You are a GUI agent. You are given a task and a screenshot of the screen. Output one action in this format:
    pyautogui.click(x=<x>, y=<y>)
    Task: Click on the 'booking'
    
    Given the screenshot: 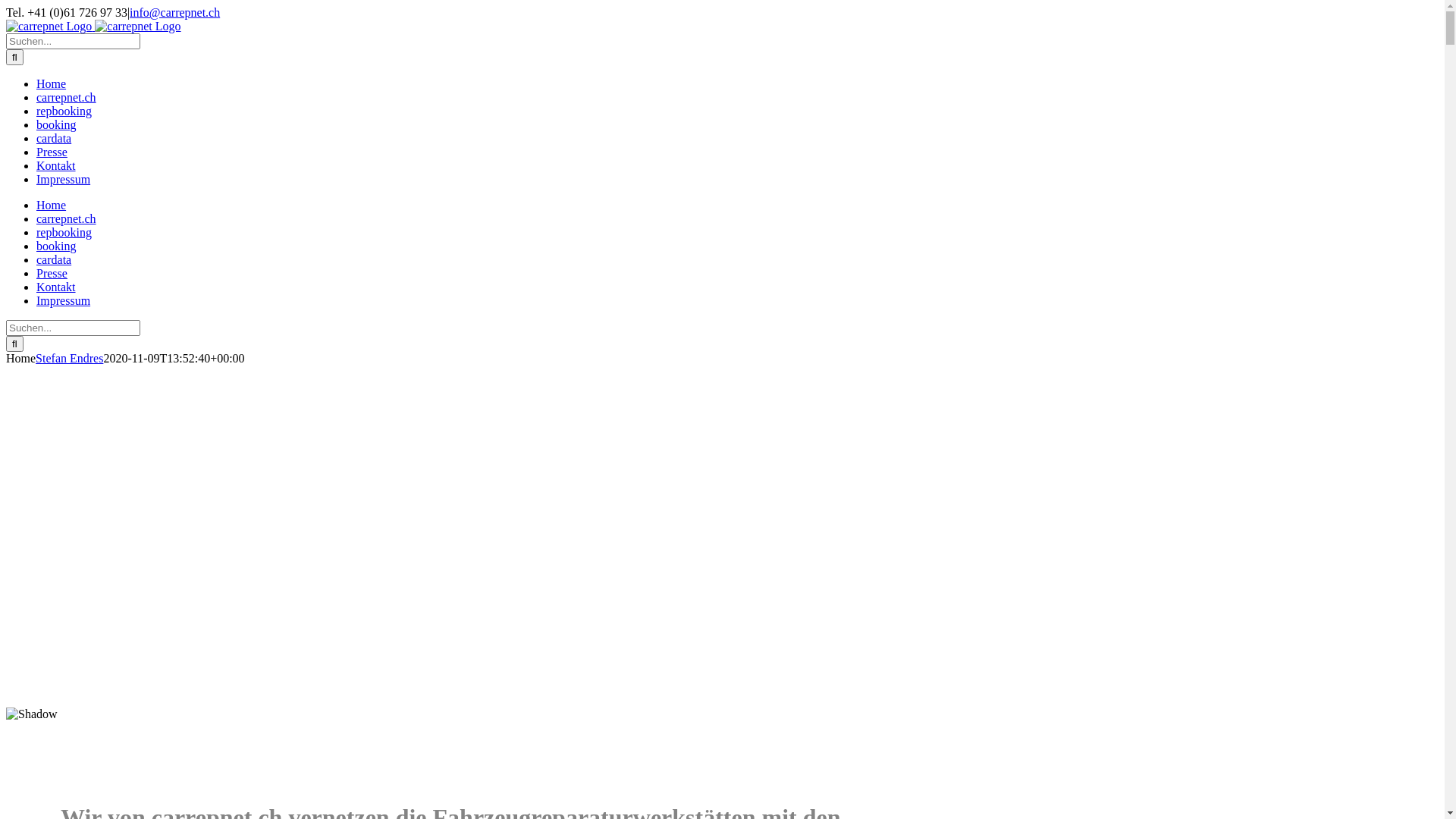 What is the action you would take?
    pyautogui.click(x=55, y=245)
    